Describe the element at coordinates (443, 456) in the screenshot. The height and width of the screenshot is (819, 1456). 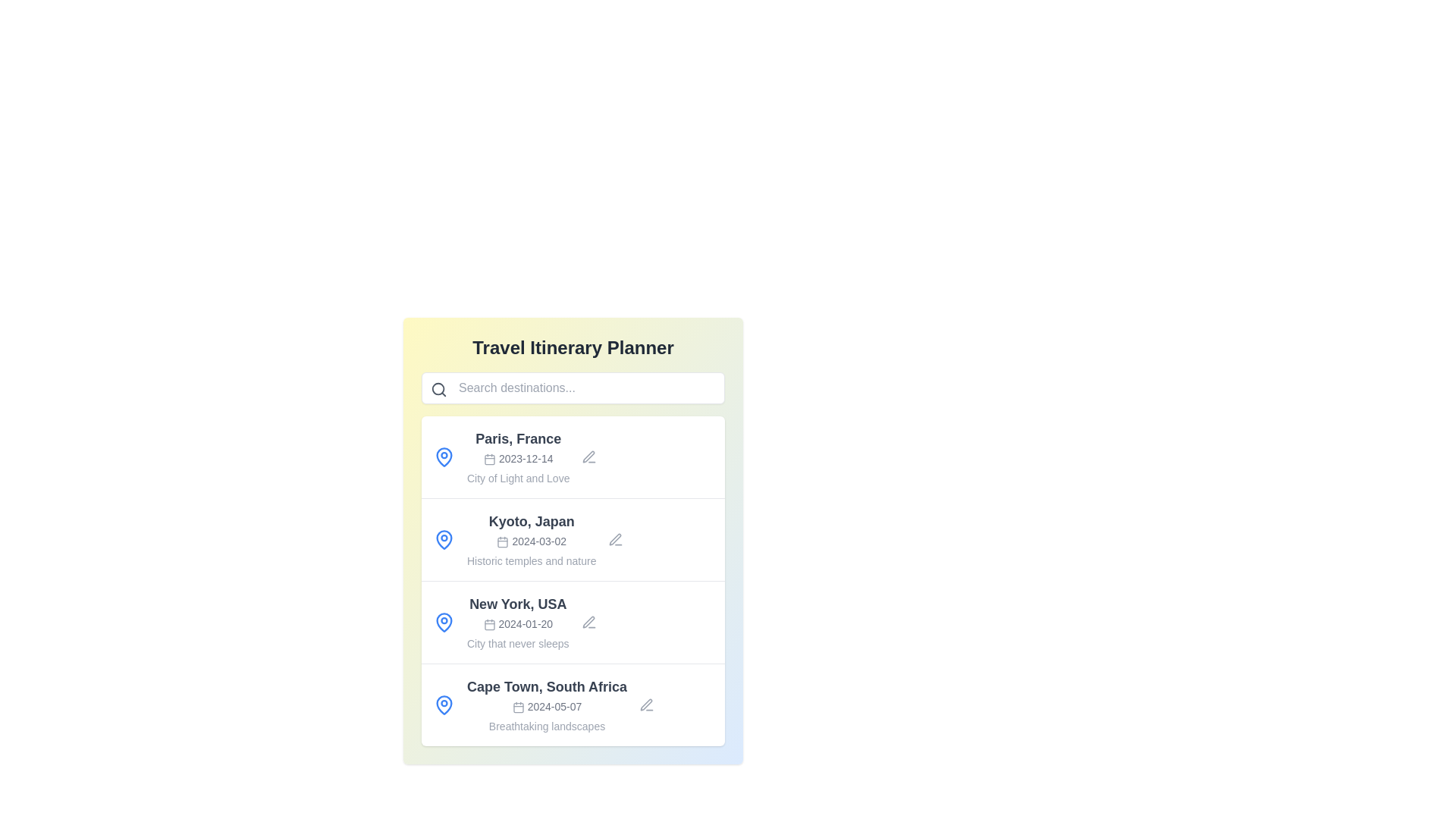
I see `the map pin icon that signifies the 'Paris, France' location entry, located next to the text 'Paris, France'` at that location.